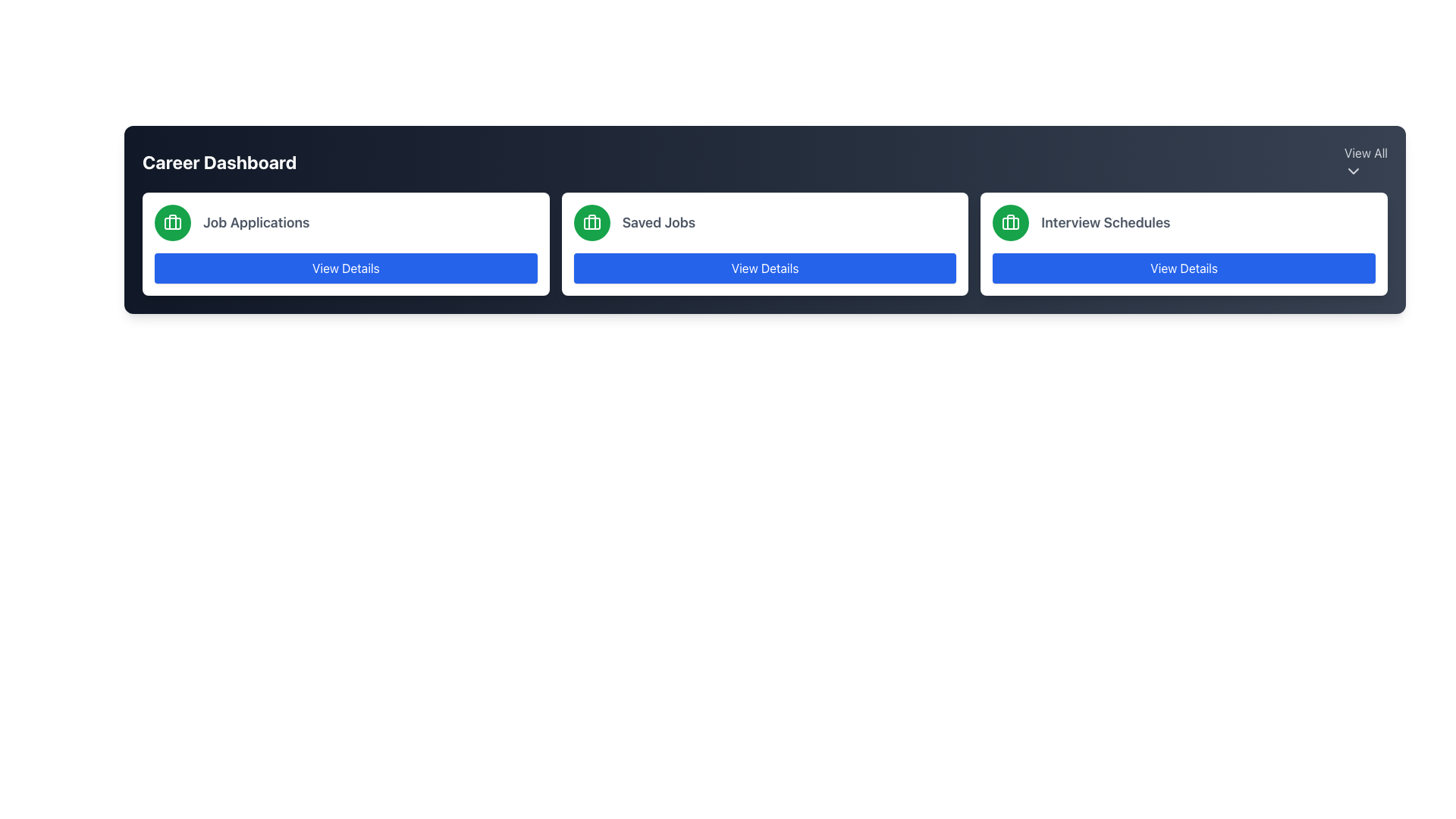 This screenshot has width=1456, height=819. Describe the element at coordinates (1183, 268) in the screenshot. I see `the button located at the bottom of the 'Interview Schedules' card` at that location.